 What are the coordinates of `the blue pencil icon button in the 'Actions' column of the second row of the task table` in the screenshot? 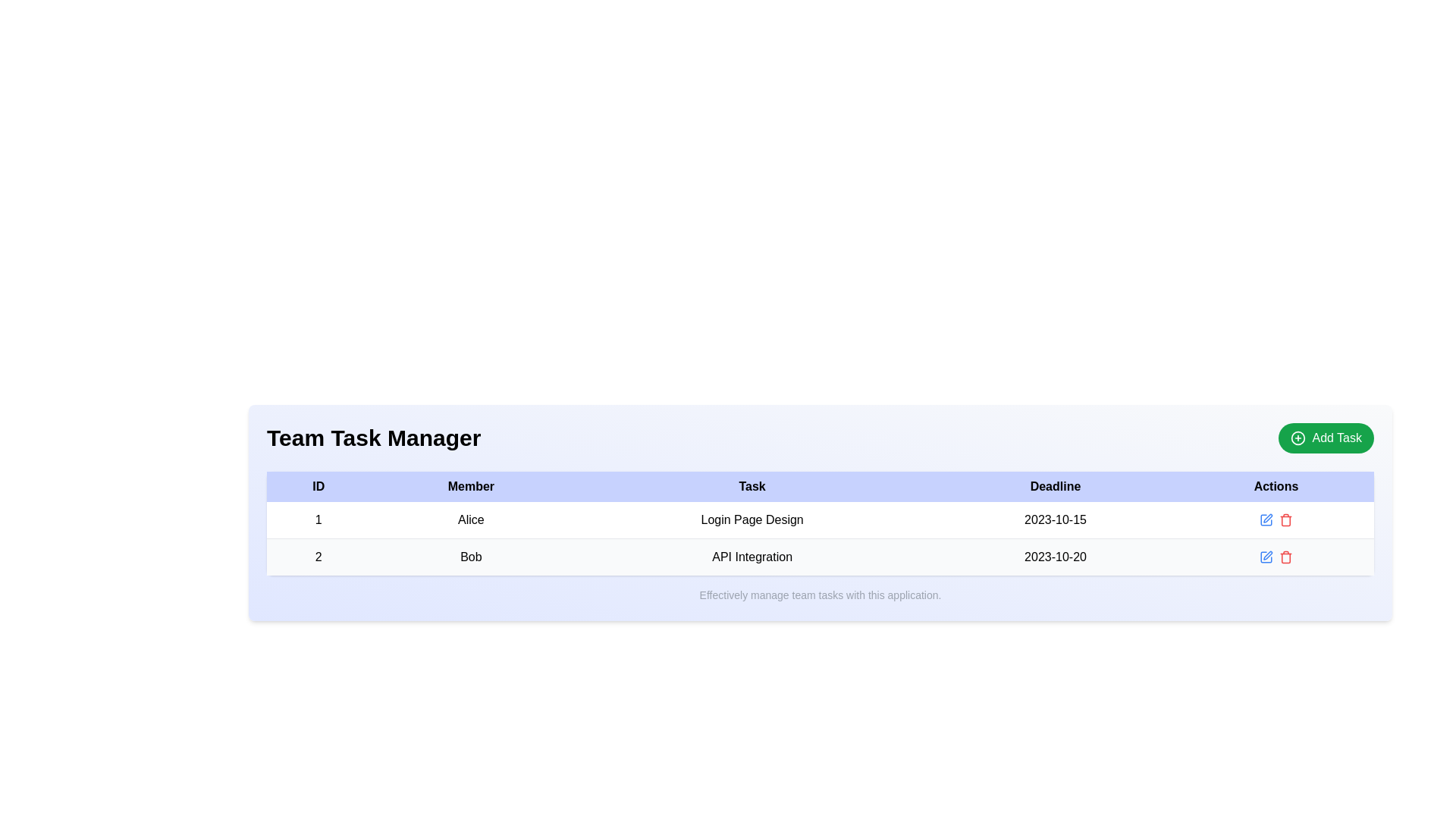 It's located at (1266, 557).